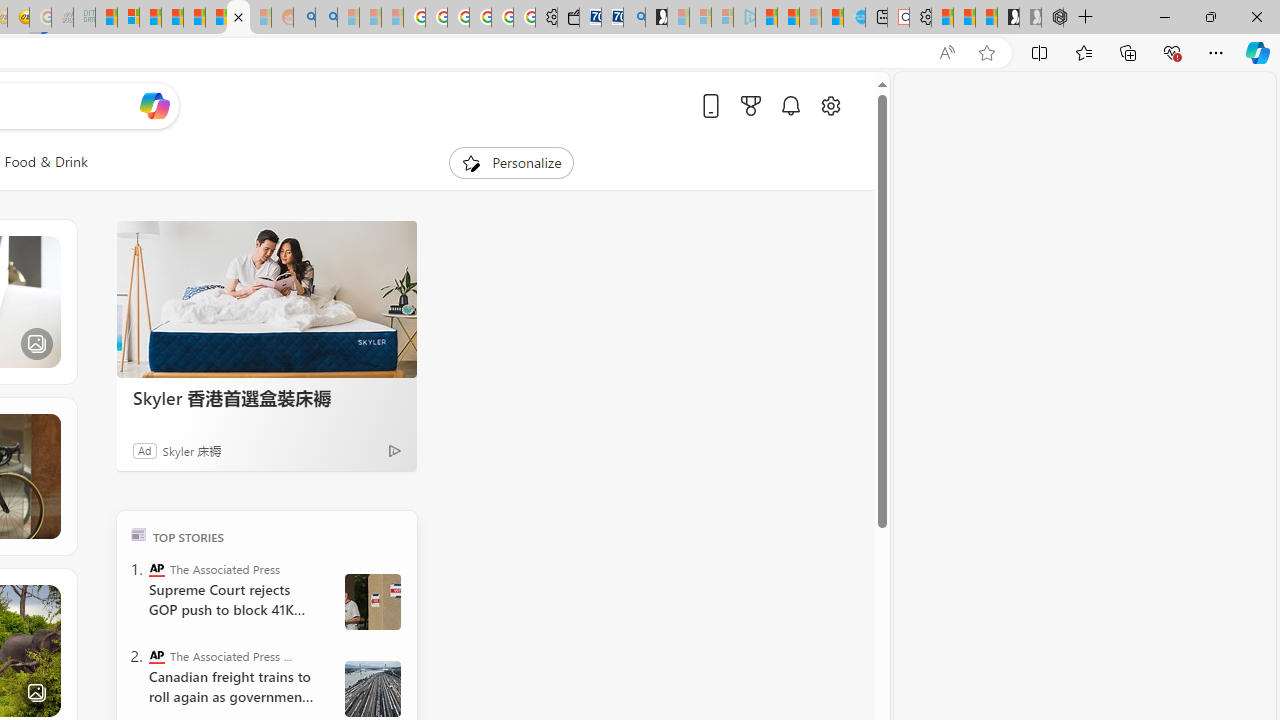 This screenshot has height=720, width=1280. I want to click on 'Student Loan Update: Forgiveness Program Ends This Month', so click(172, 17).